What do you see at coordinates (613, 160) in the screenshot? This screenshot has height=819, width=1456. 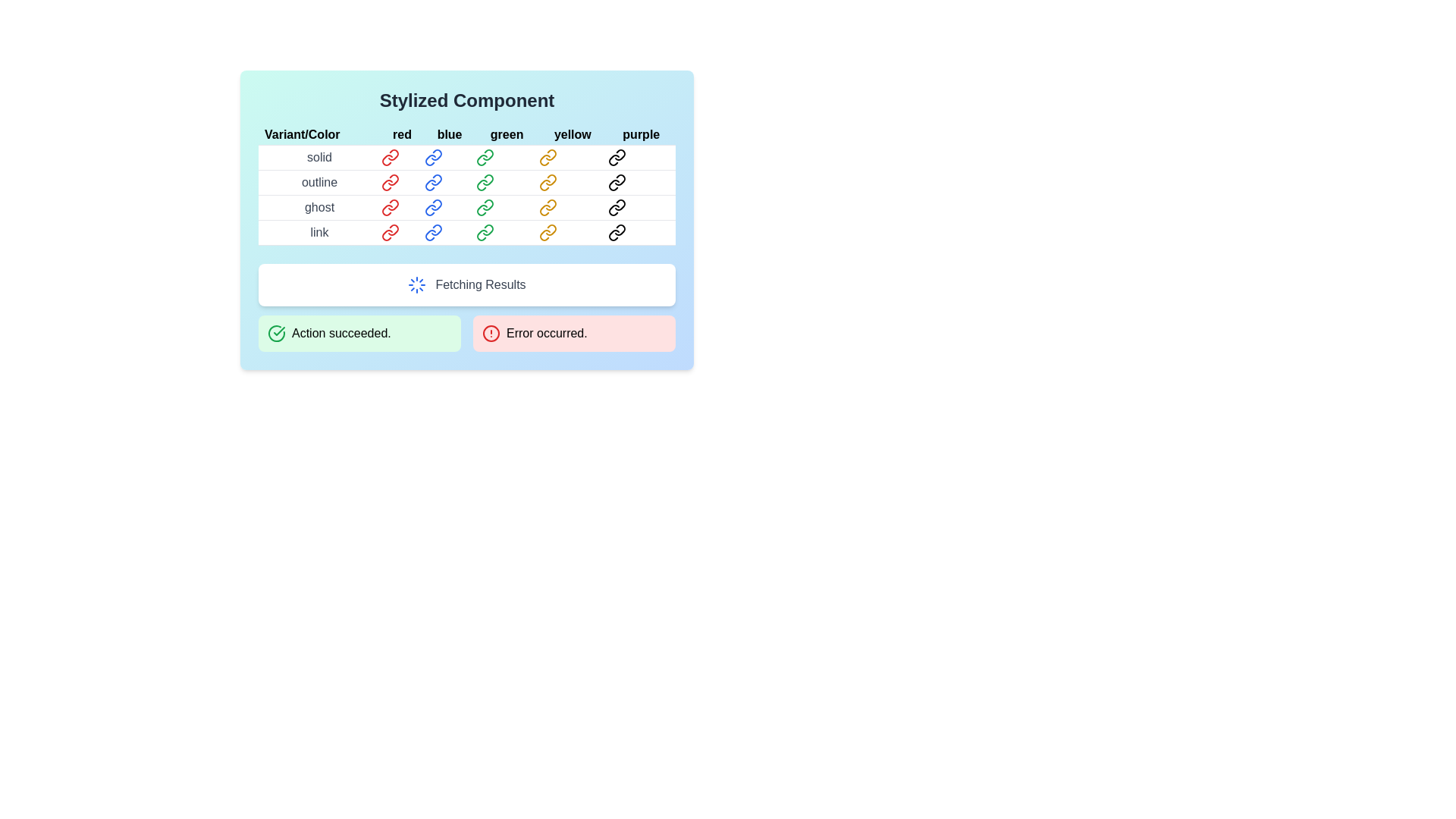 I see `the link icon located in the first row and fifth column of the table under the heading 'purple', adjacent to other chain link icons` at bounding box center [613, 160].